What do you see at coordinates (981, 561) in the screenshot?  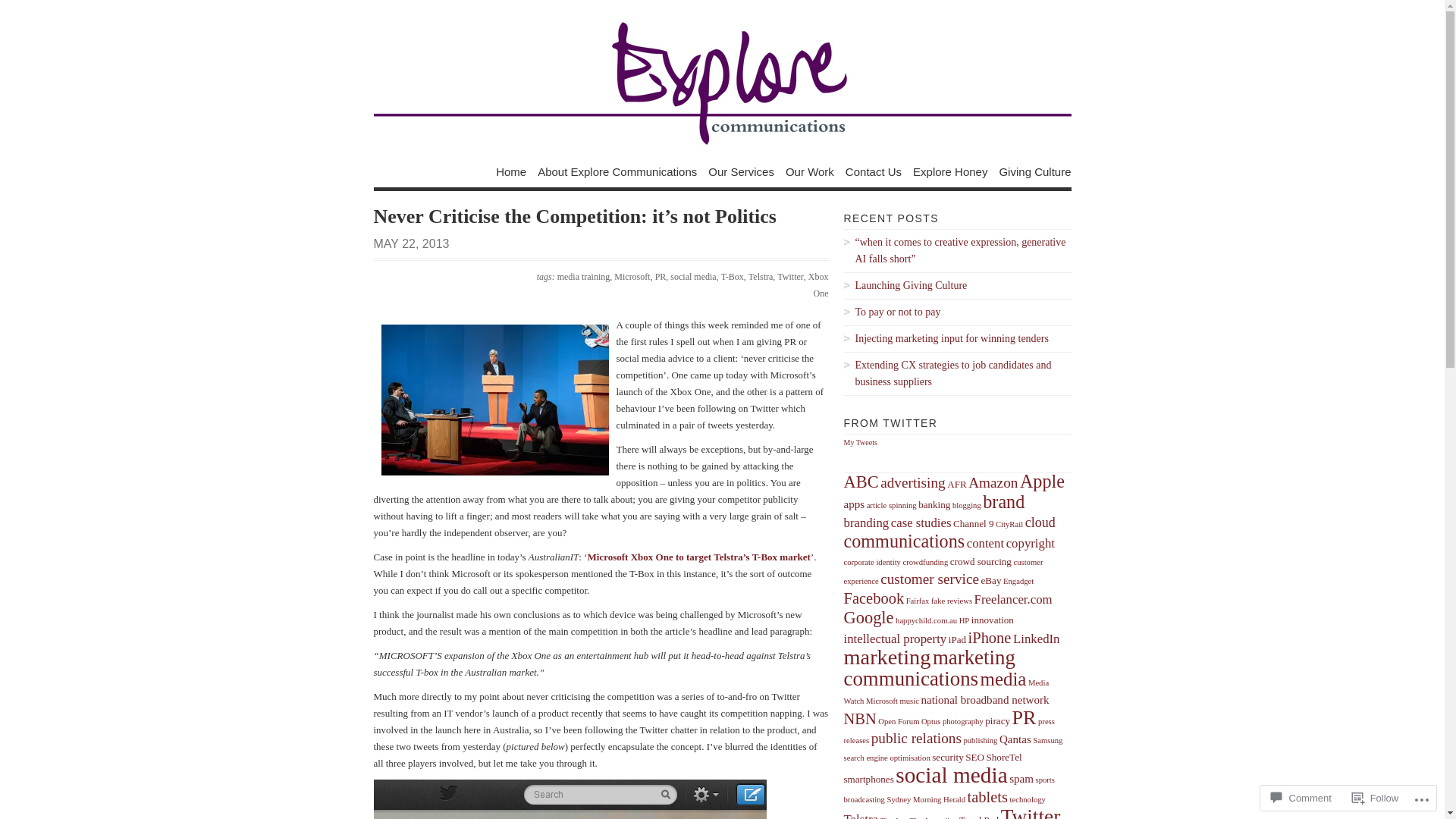 I see `'crowd sourcing'` at bounding box center [981, 561].